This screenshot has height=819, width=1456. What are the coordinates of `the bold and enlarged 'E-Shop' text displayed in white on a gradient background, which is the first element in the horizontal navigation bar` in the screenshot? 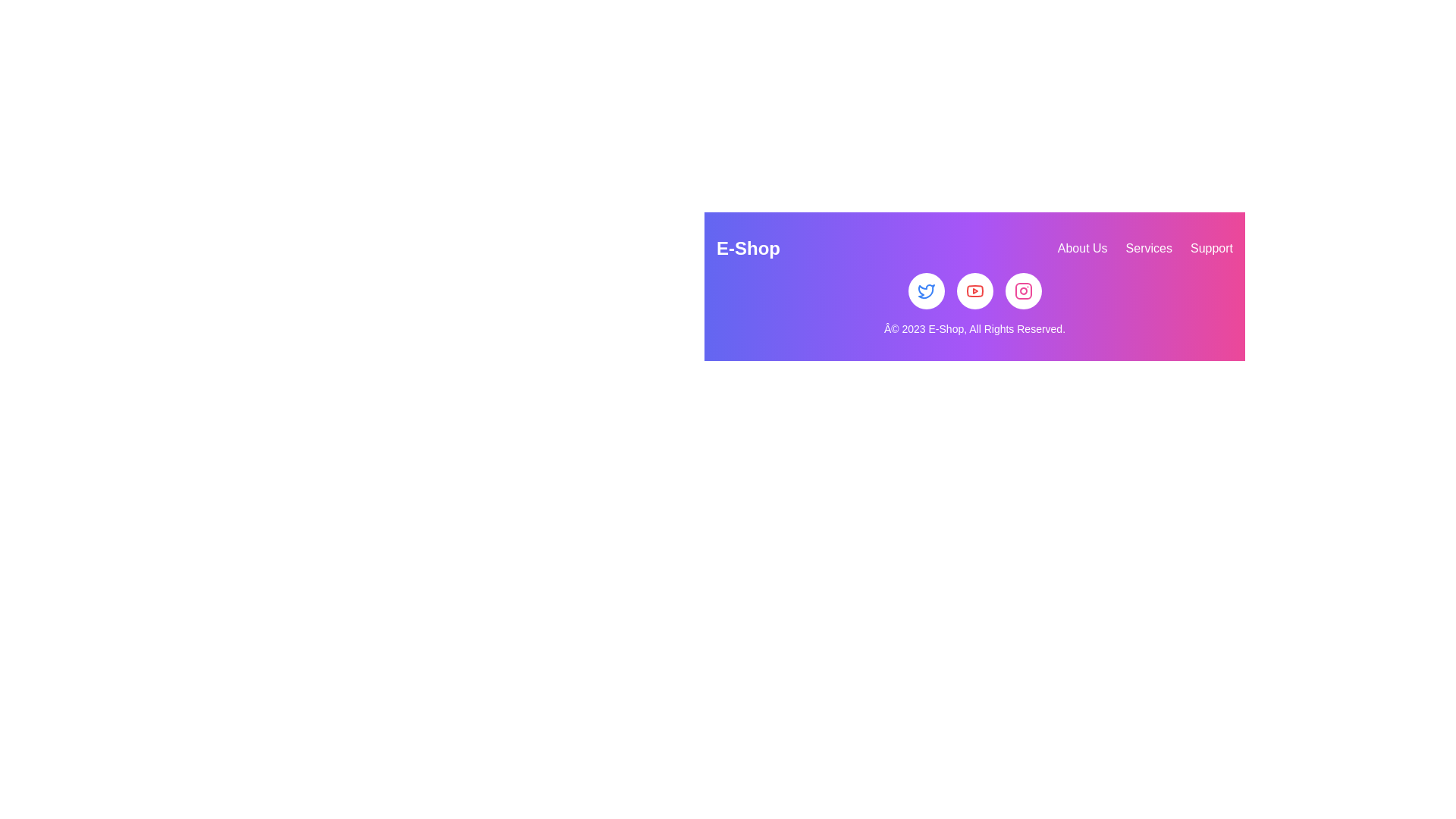 It's located at (748, 247).